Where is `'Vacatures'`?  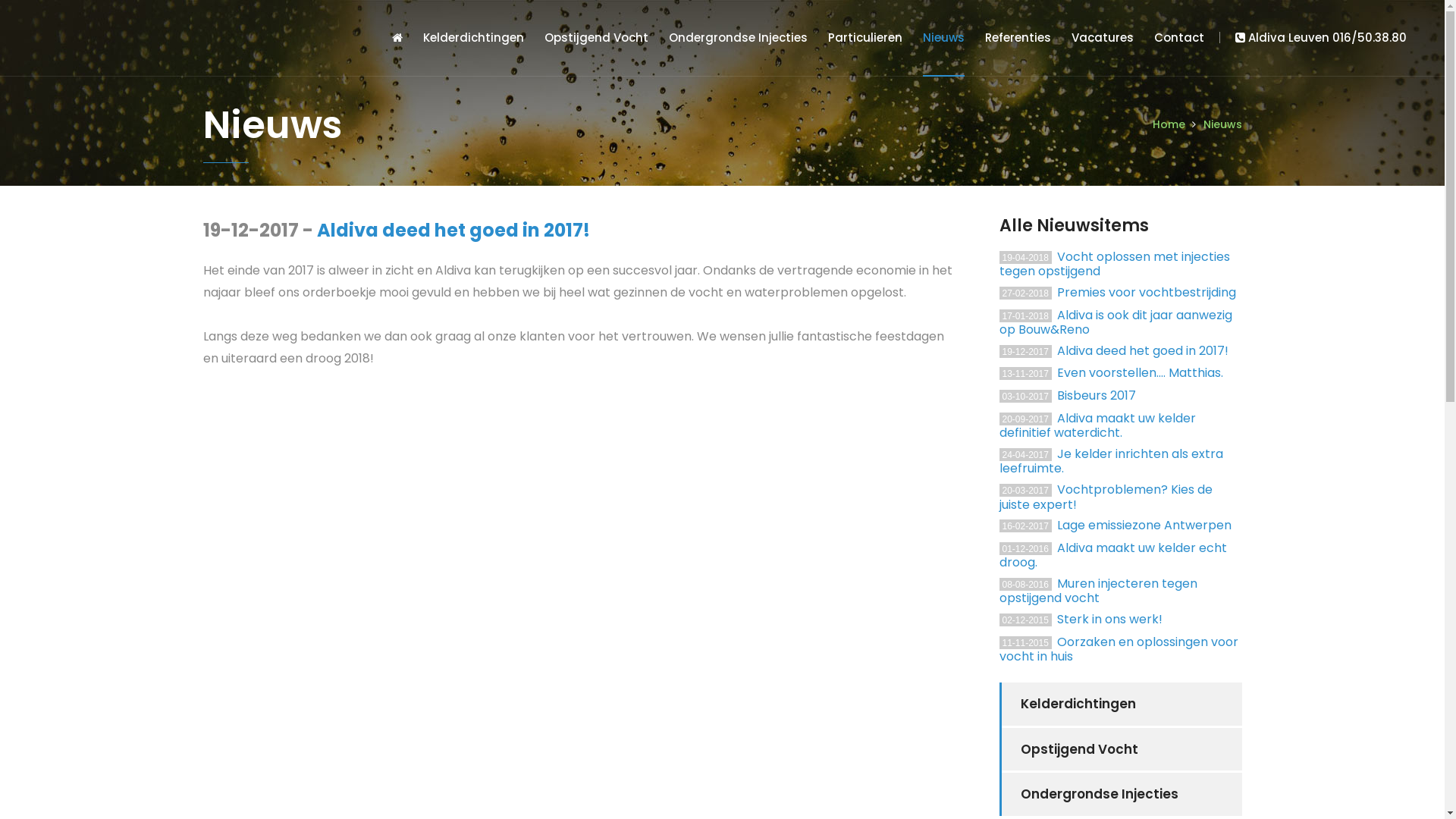
'Vacatures' is located at coordinates (1103, 37).